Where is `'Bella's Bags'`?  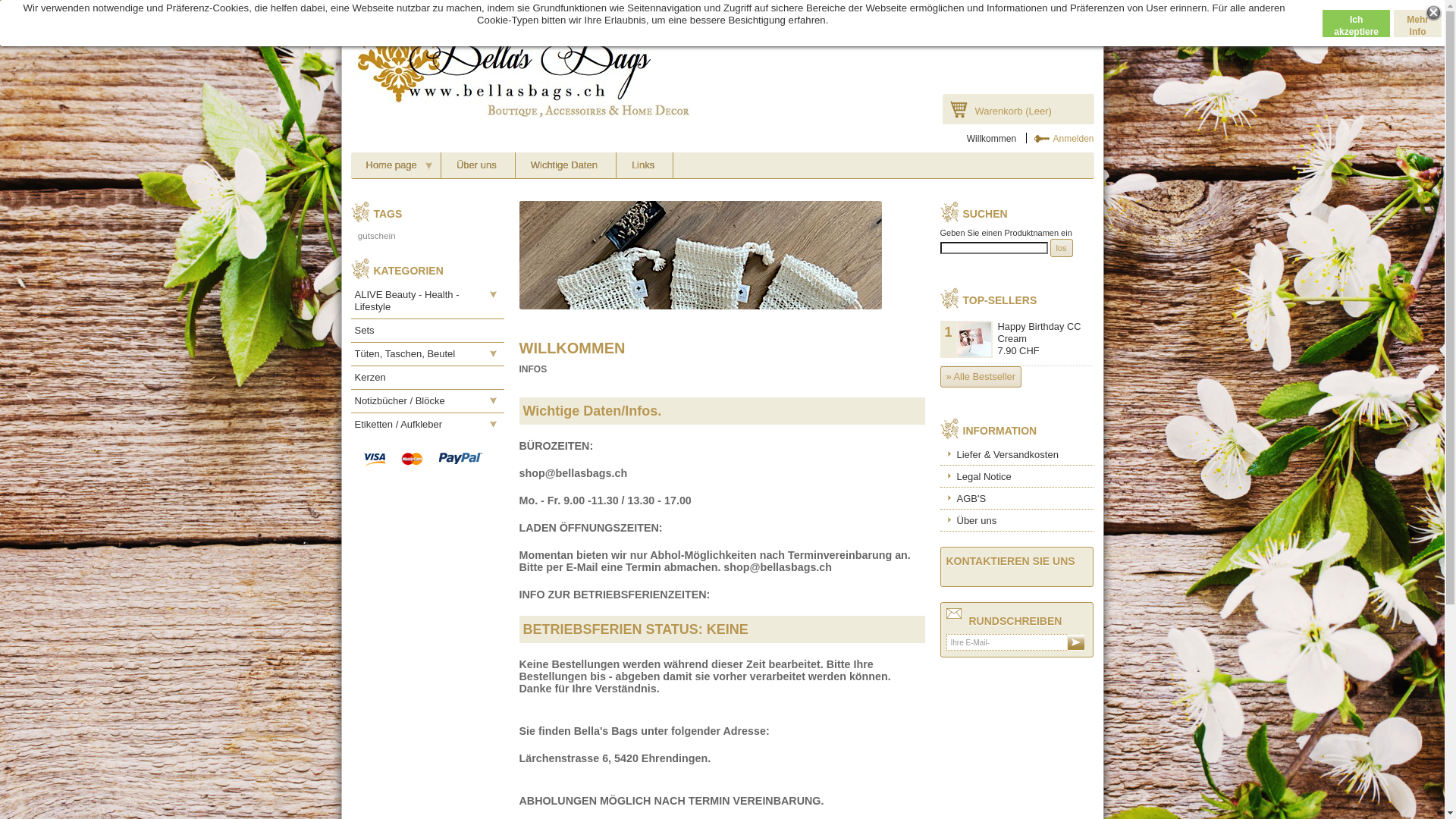
'Bella's Bags' is located at coordinates (520, 65).